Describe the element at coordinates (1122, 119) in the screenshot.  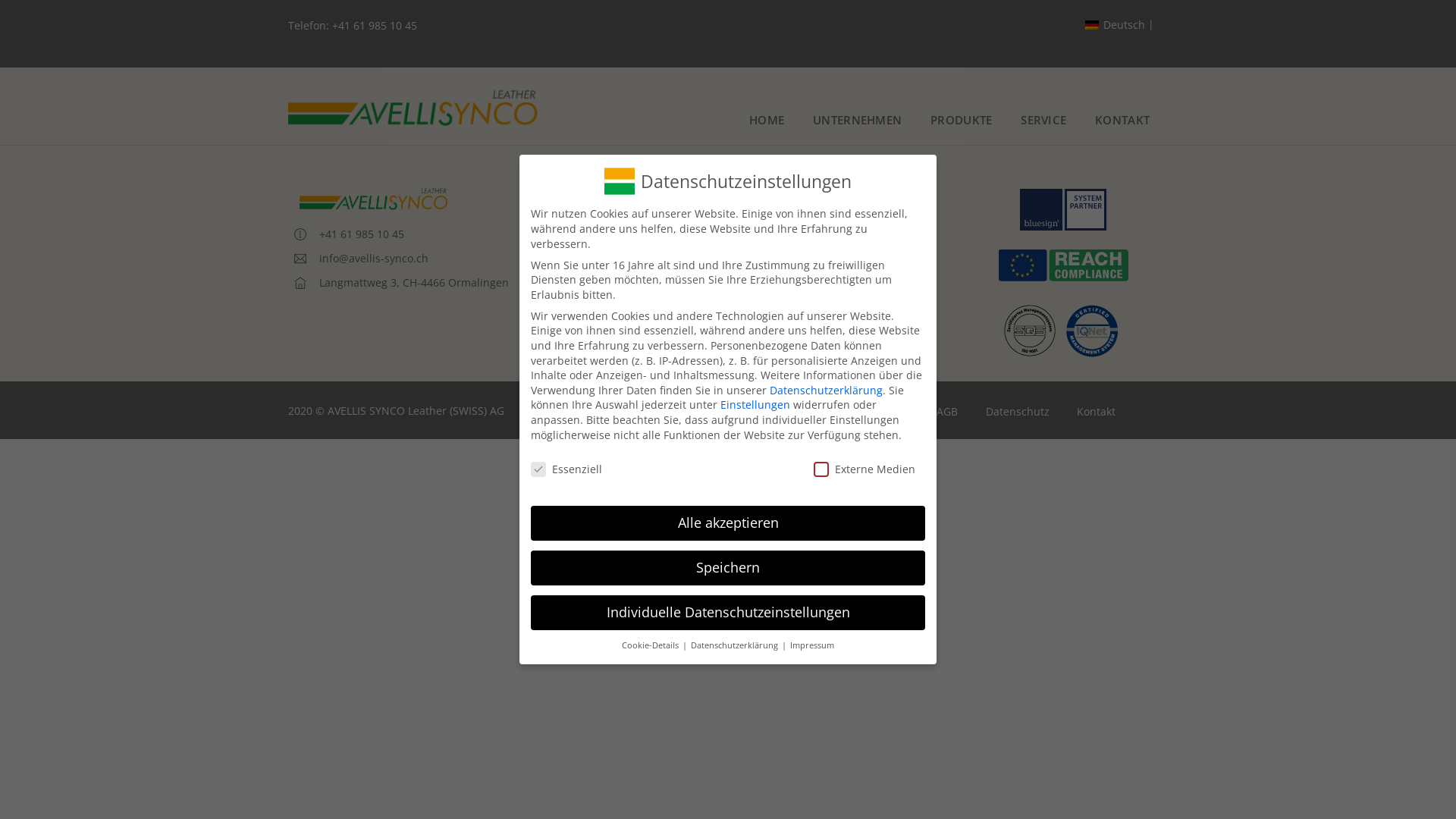
I see `'KONTAKT'` at that location.